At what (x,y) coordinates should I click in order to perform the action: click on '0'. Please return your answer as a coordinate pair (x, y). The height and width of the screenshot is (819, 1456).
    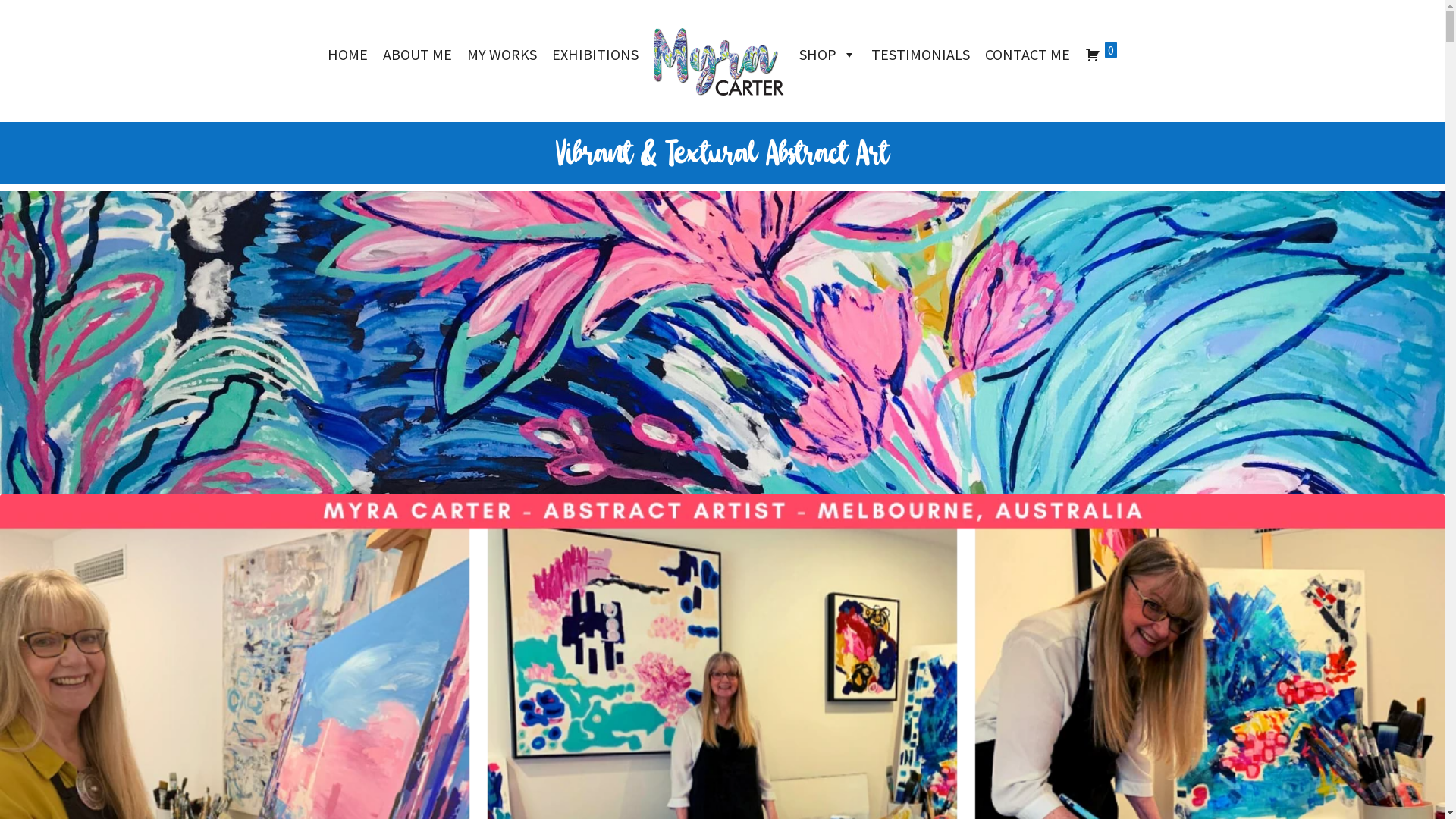
    Looking at the image, I should click on (1100, 54).